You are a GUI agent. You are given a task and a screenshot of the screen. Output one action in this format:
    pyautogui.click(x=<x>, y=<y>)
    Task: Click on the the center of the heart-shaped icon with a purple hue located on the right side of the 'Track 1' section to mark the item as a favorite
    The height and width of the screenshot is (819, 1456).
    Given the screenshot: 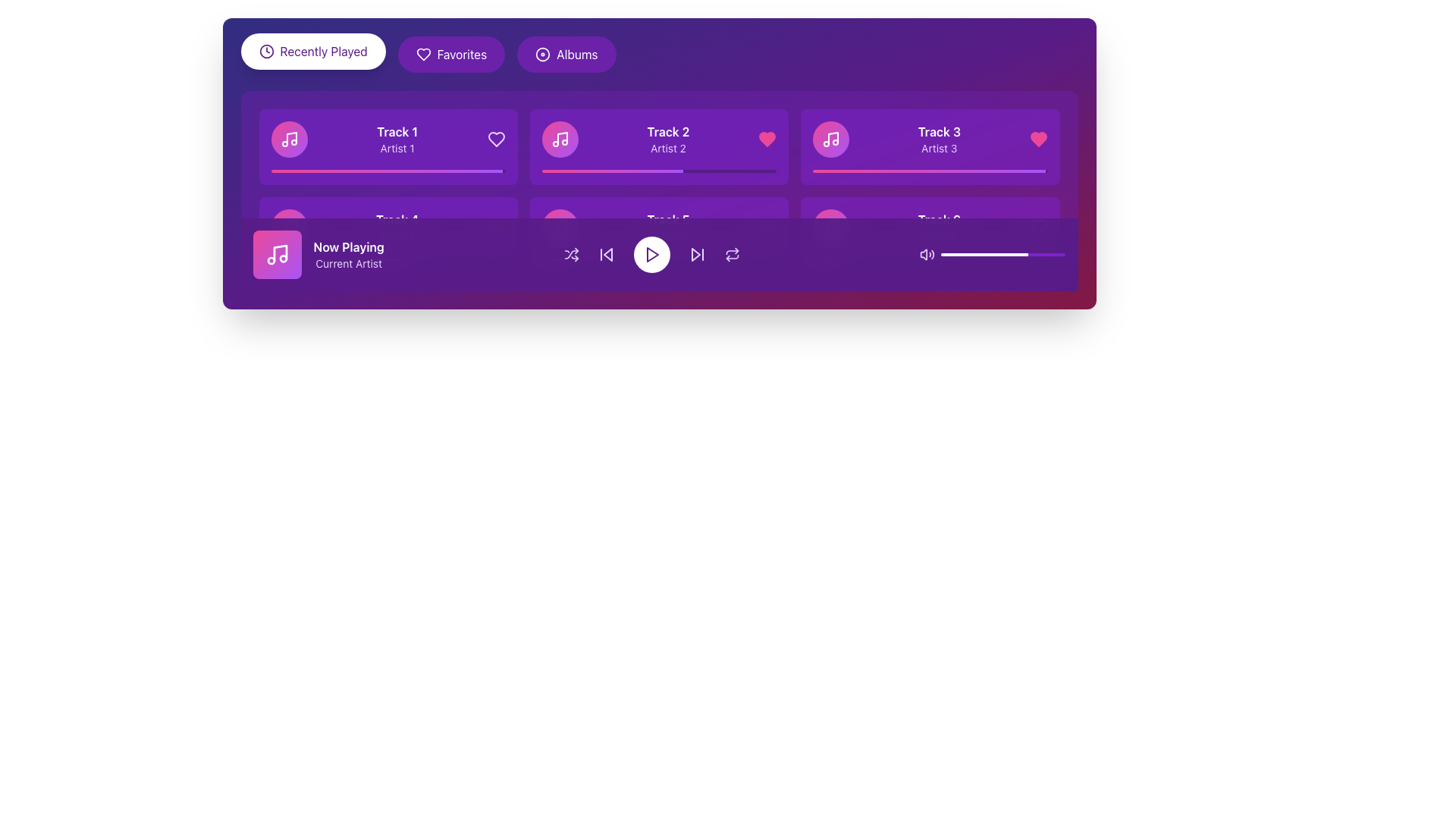 What is the action you would take?
    pyautogui.click(x=496, y=140)
    